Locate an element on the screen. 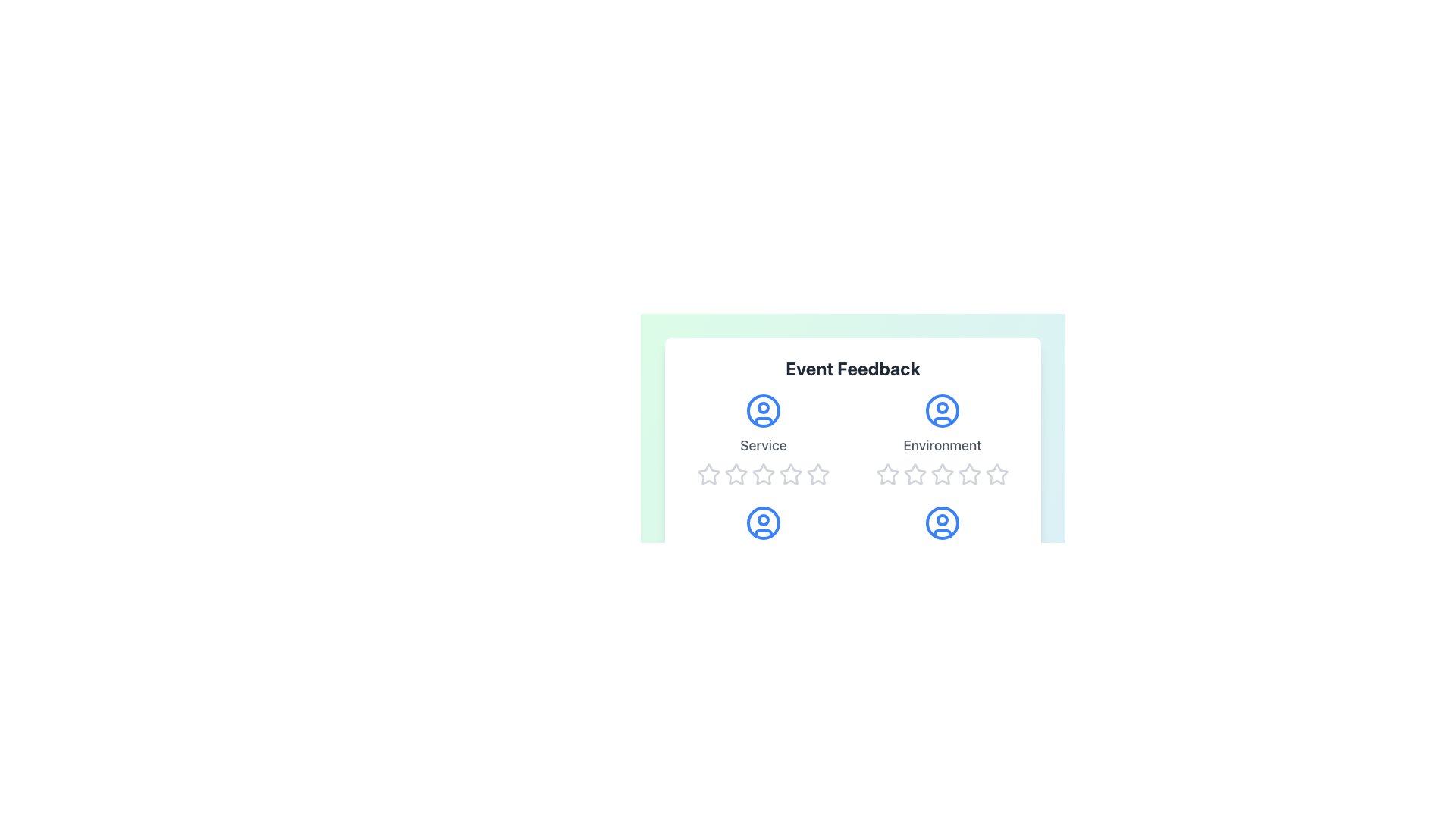 The width and height of the screenshot is (1456, 819). the fifth hollow gray star icon for rating under the 'Environment' feedback category is located at coordinates (997, 473).